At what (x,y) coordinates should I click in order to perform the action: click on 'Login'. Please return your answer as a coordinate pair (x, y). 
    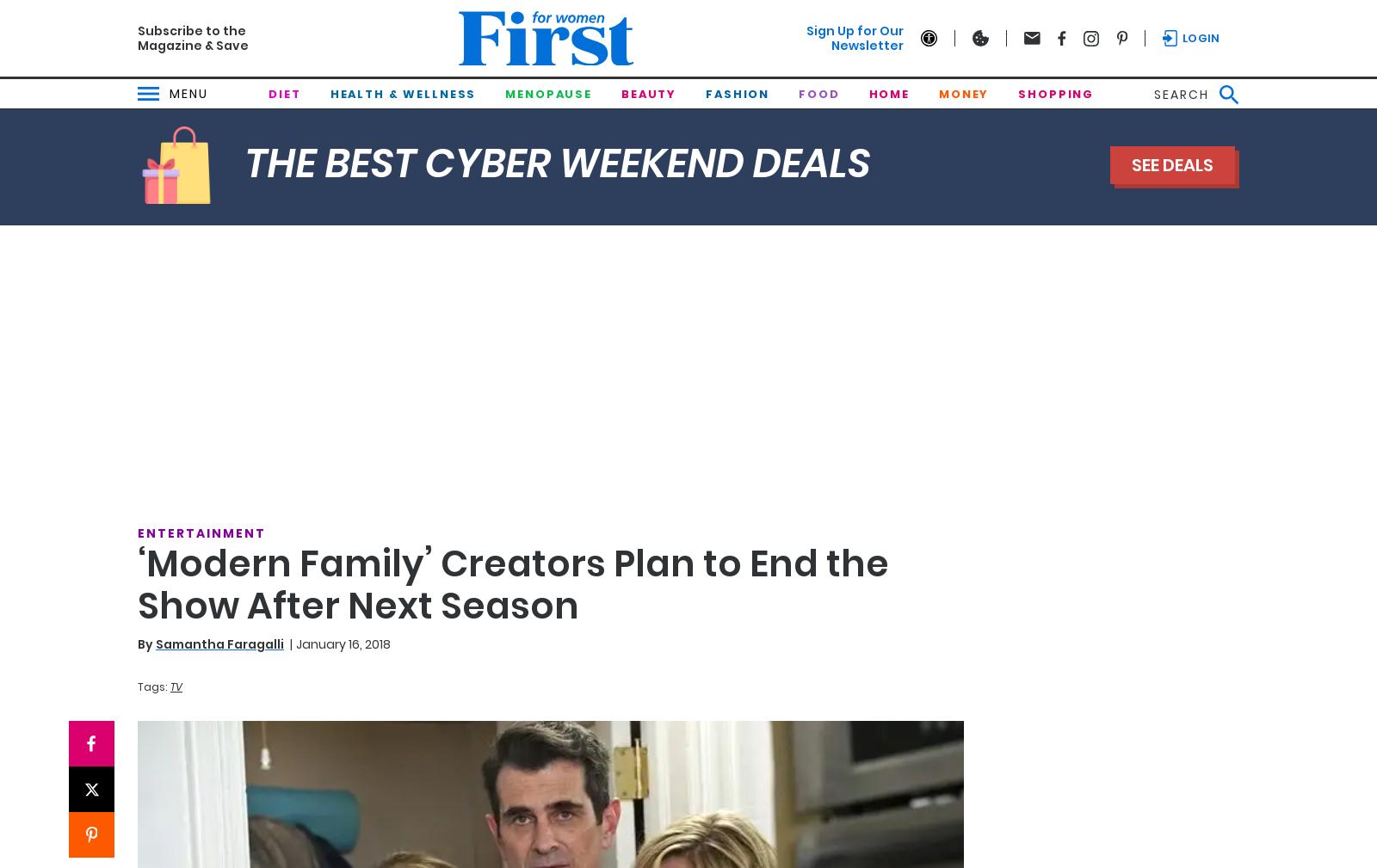
    Looking at the image, I should click on (1200, 37).